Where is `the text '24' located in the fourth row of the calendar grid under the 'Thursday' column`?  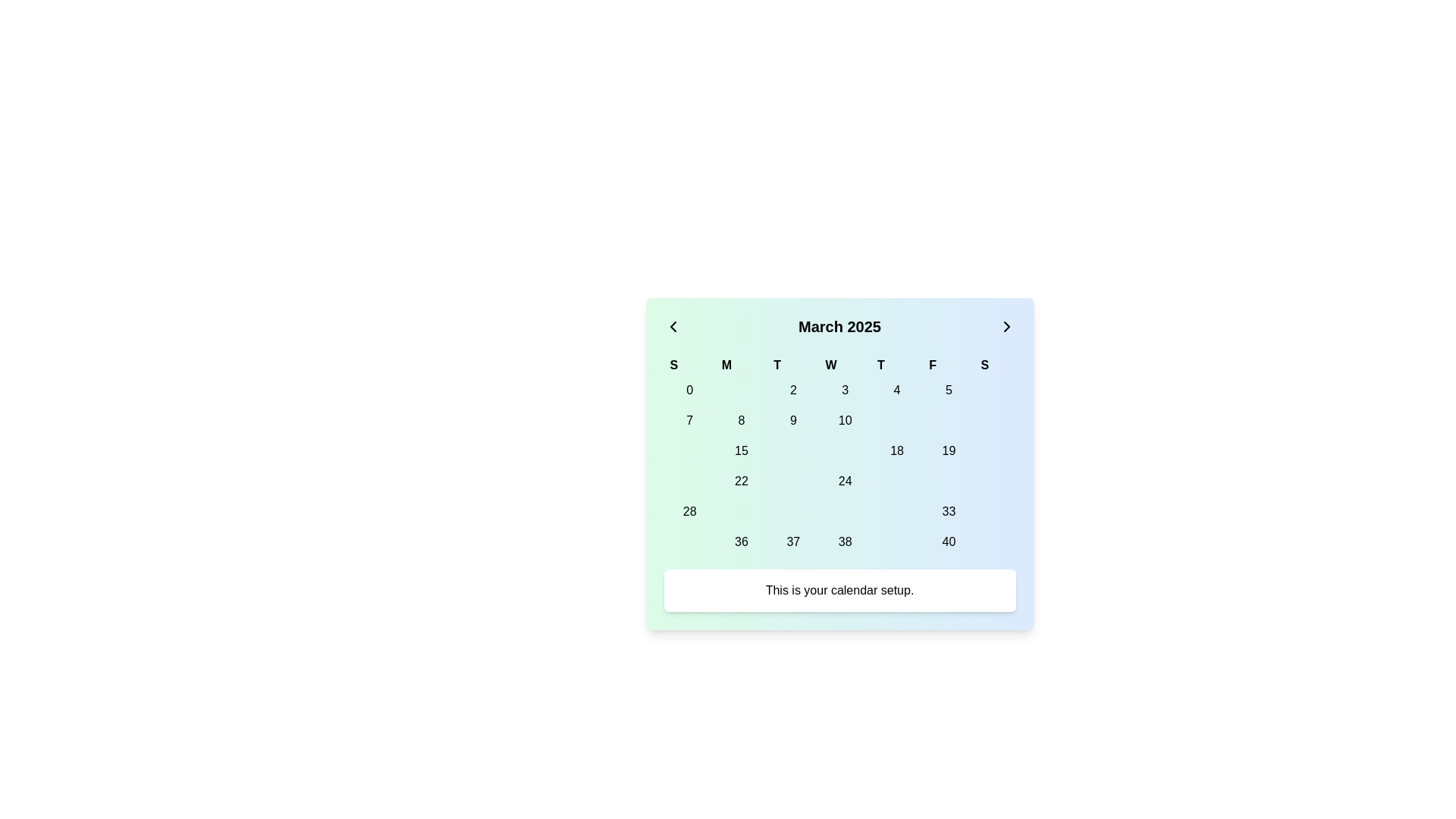
the text '24' located in the fourth row of the calendar grid under the 'Thursday' column is located at coordinates (839, 482).